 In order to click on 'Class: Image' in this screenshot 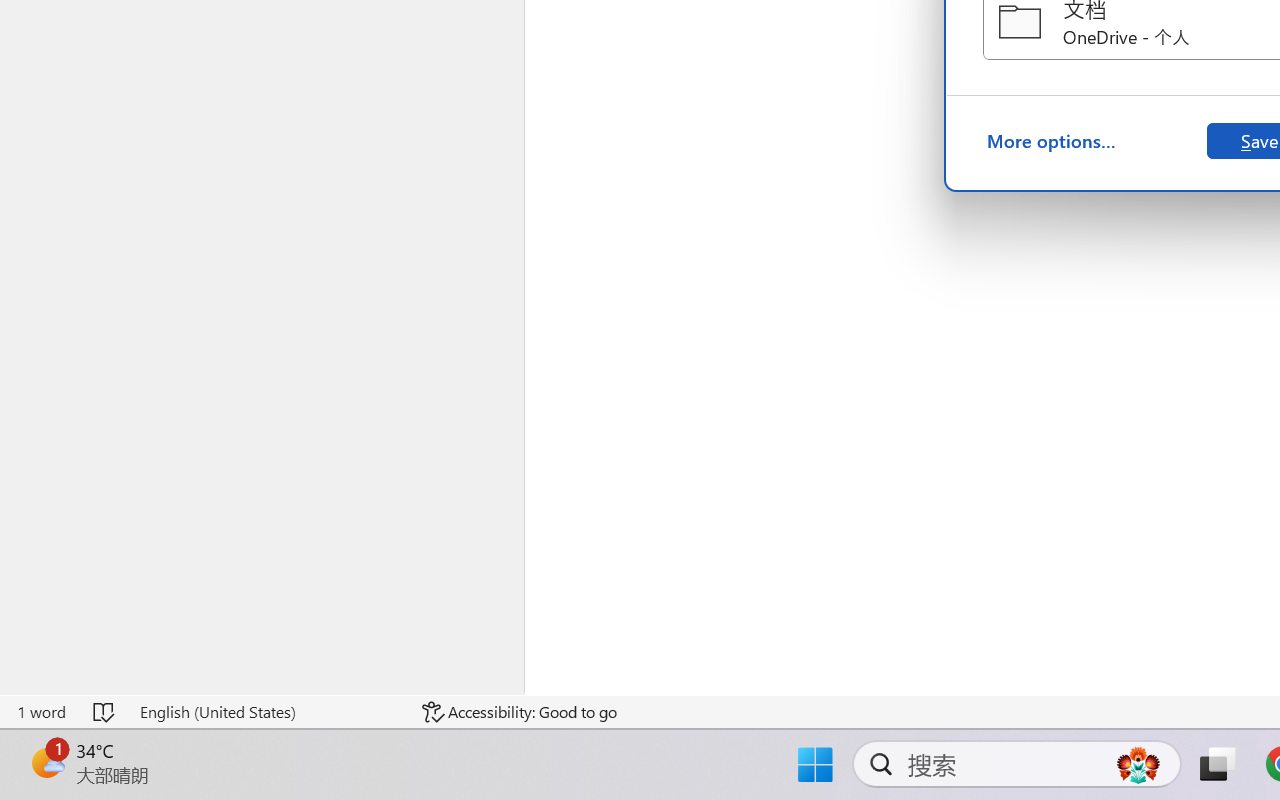, I will do `click(46, 743)`.